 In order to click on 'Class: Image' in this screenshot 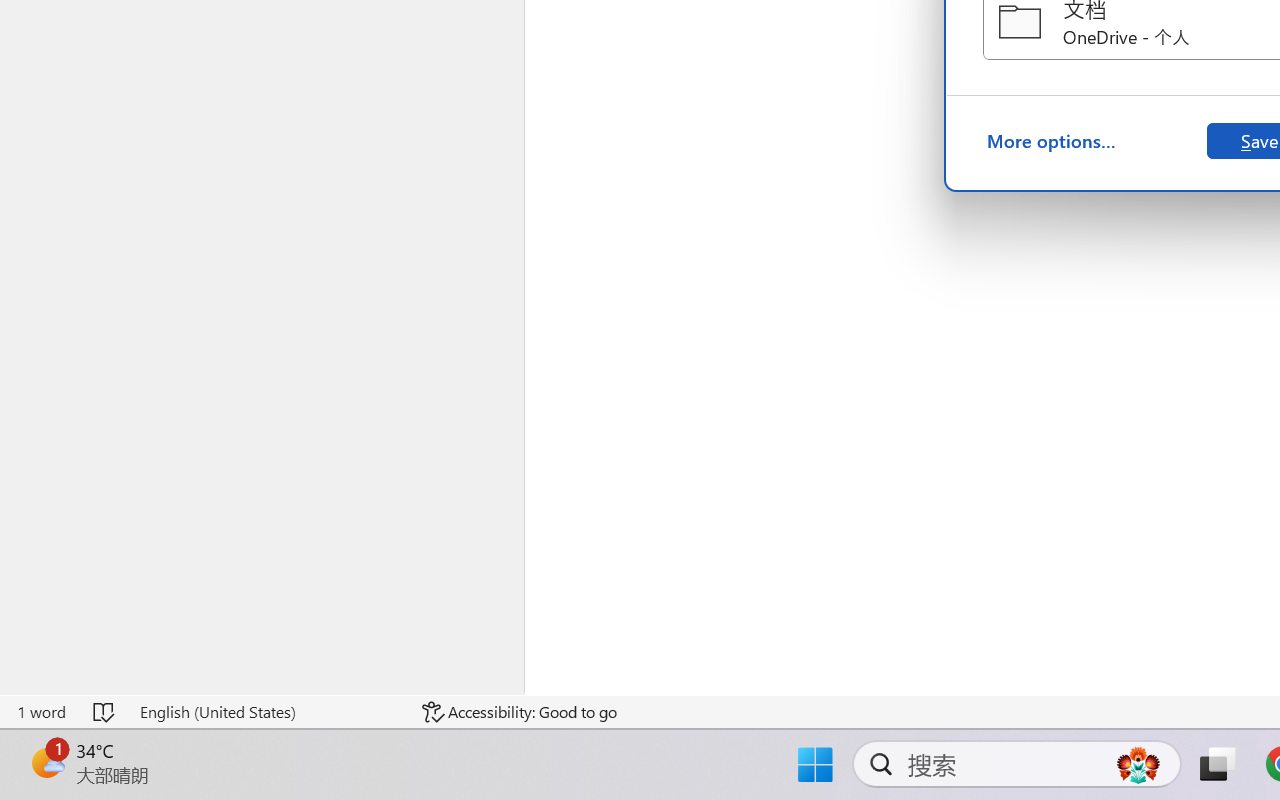, I will do `click(46, 743)`.